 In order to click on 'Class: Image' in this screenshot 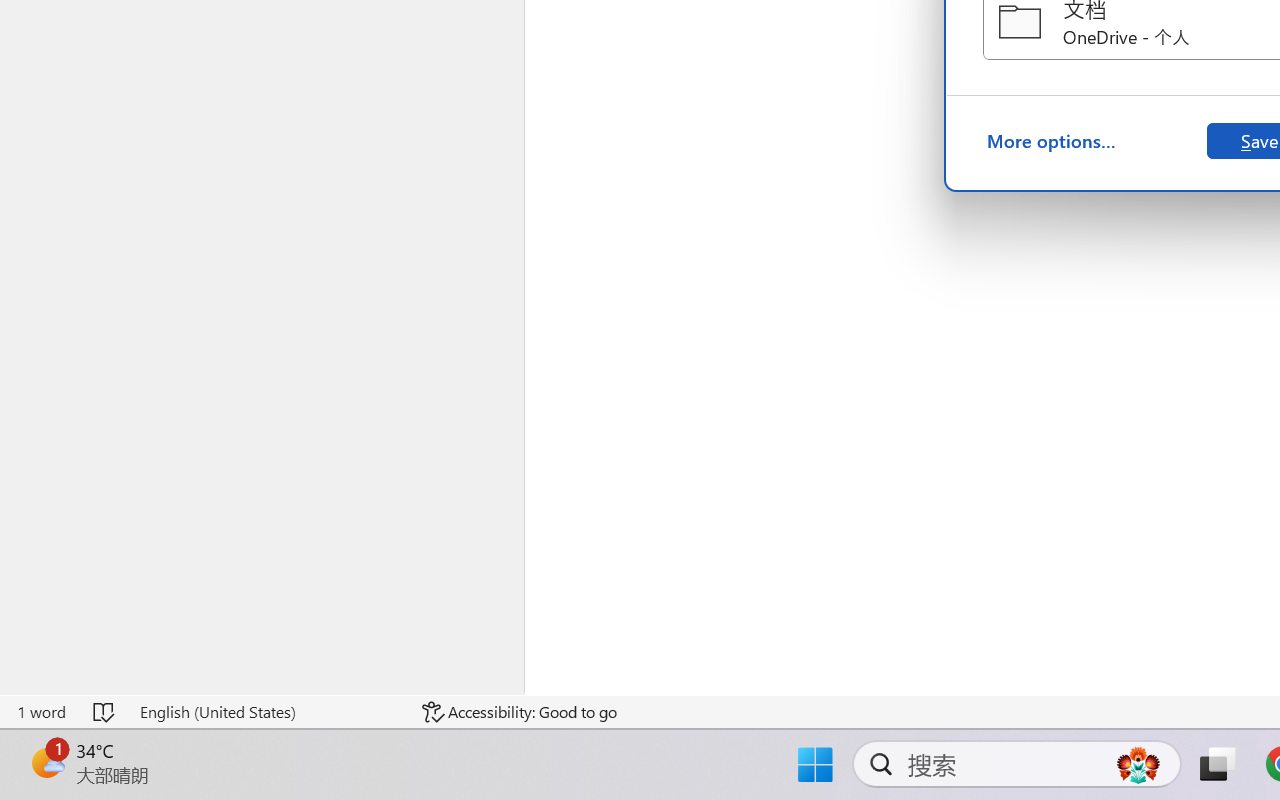, I will do `click(46, 743)`.